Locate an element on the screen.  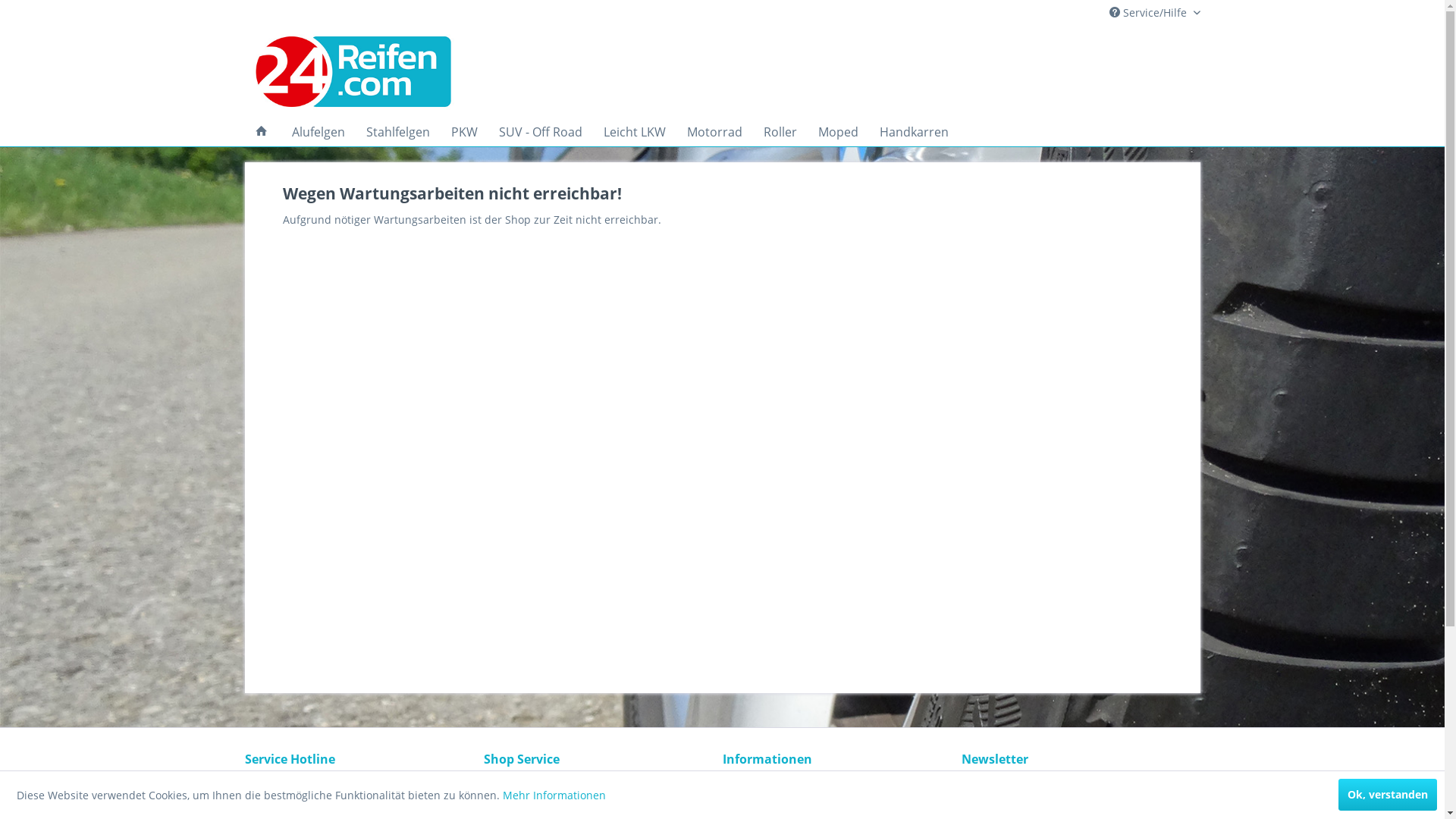
'Home' is located at coordinates (261, 130).